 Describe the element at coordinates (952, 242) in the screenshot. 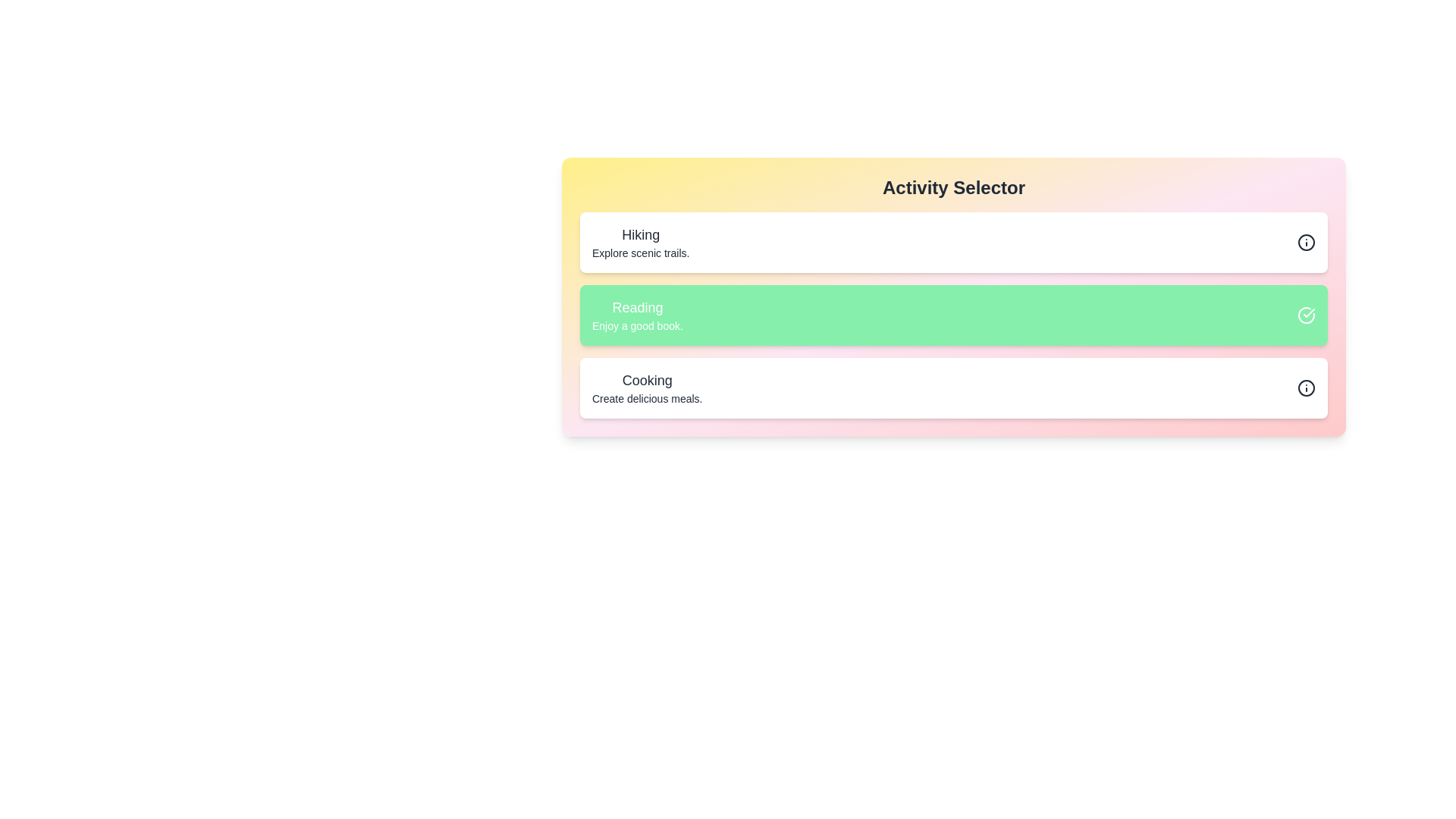

I see `the list item corresponding to Hiking` at that location.